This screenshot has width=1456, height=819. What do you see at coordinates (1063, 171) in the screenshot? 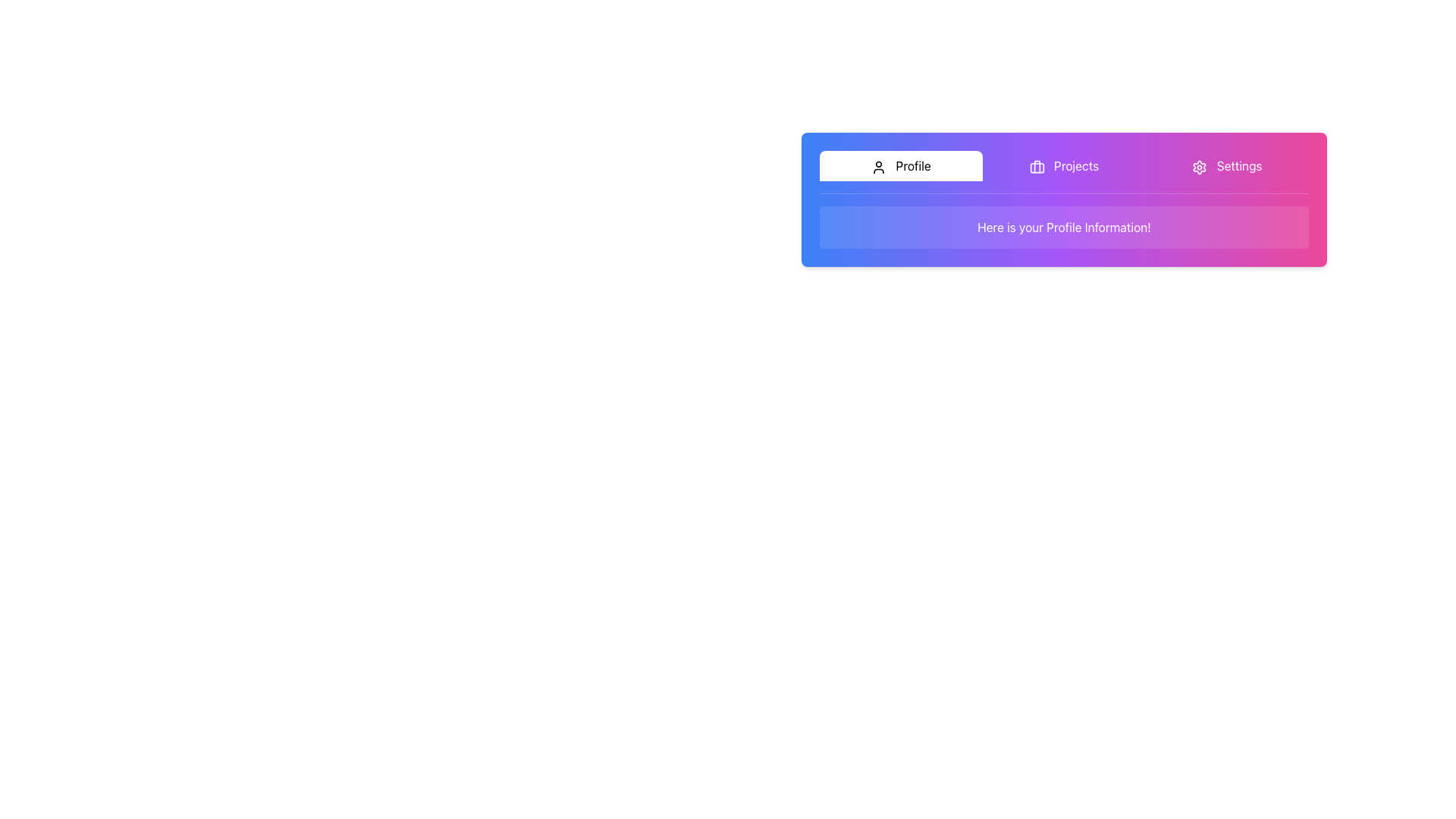
I see `the Navigation Menu at the top of the card, which contains the items 'Profile', 'Projects', and 'Settings'` at bounding box center [1063, 171].